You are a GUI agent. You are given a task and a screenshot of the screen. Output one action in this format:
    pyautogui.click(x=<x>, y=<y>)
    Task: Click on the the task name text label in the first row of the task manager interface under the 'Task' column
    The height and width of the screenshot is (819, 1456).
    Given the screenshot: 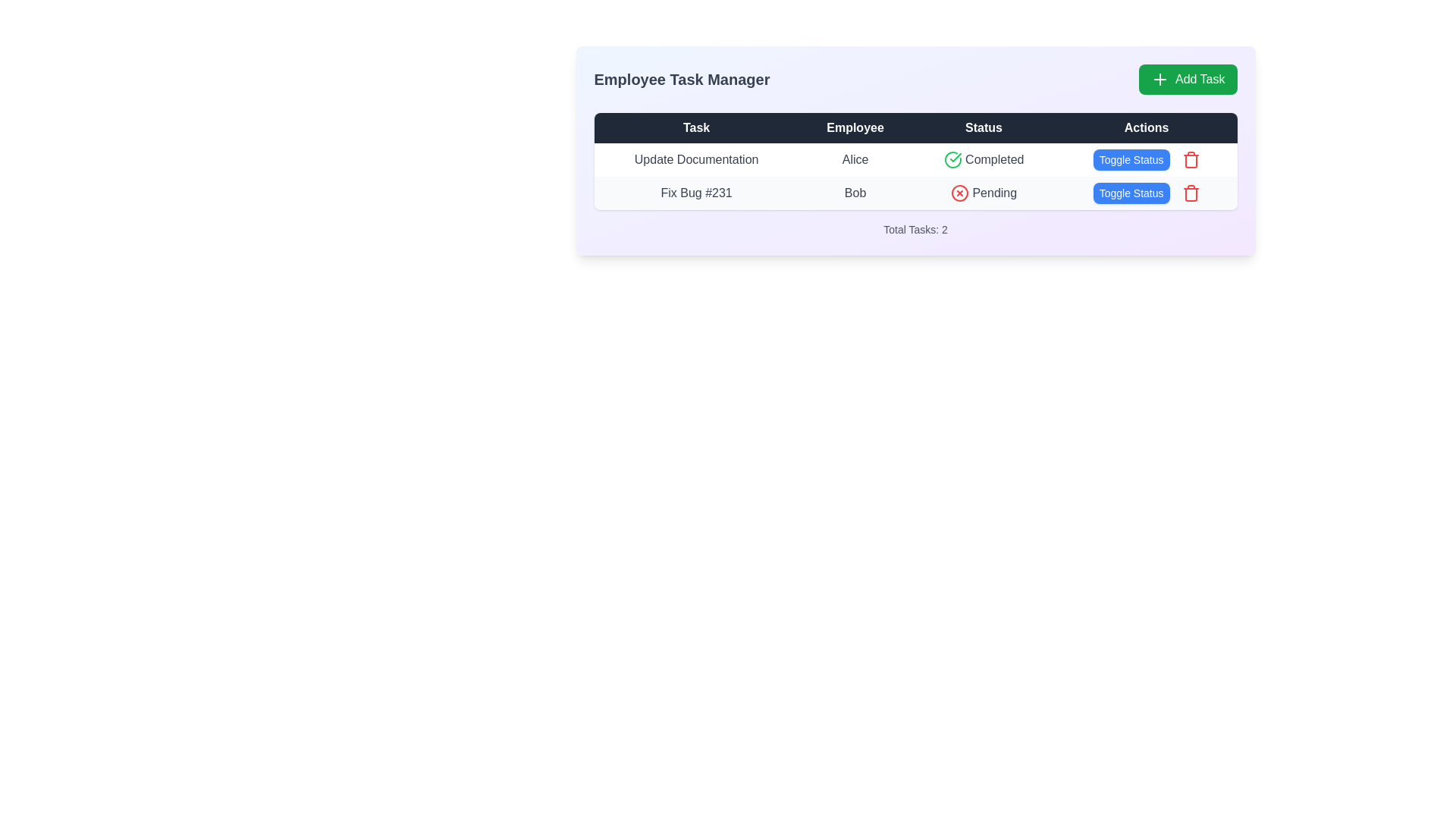 What is the action you would take?
    pyautogui.click(x=695, y=160)
    